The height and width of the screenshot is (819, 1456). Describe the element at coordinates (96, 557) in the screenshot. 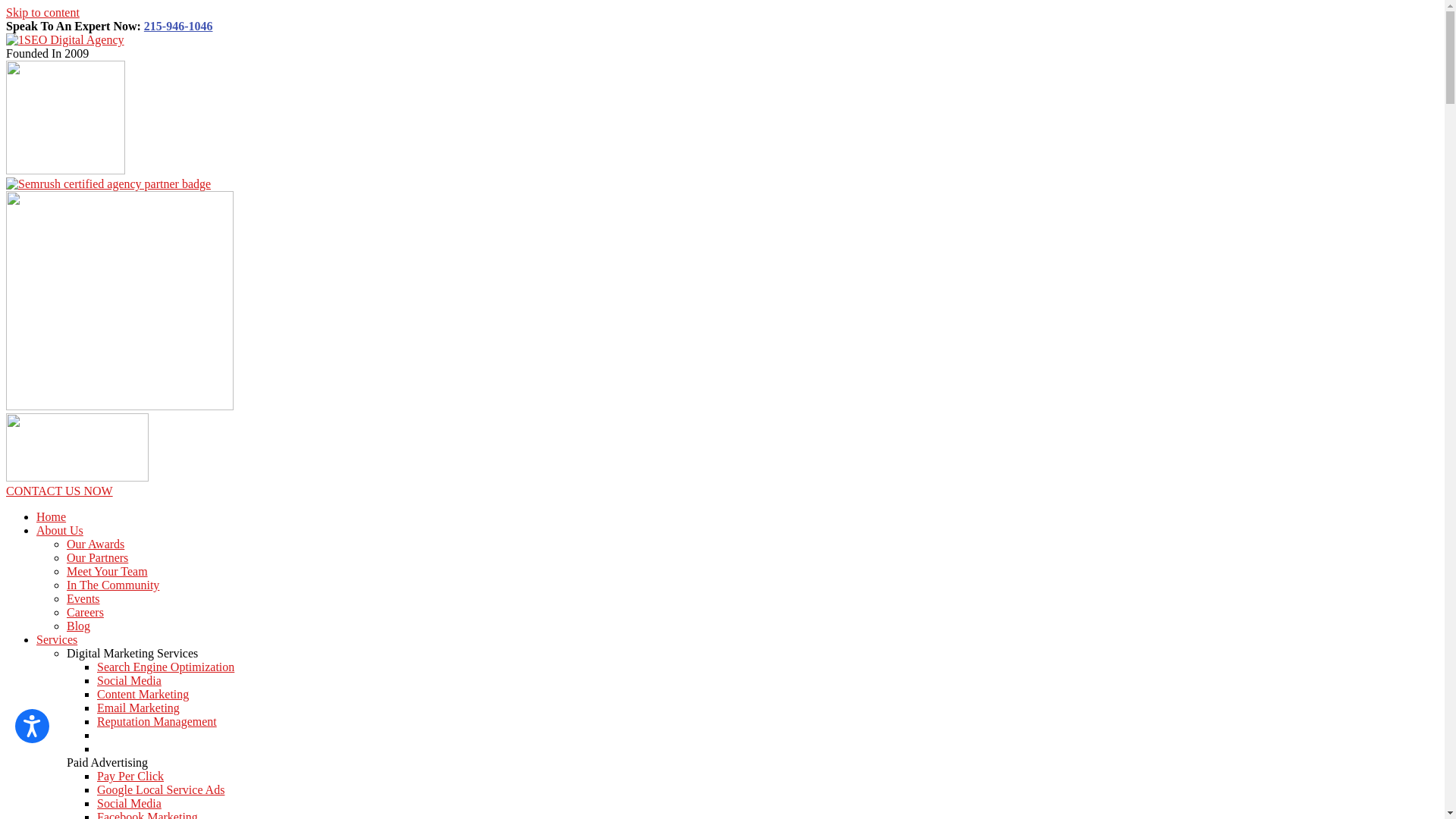

I see `'Our Partners'` at that location.